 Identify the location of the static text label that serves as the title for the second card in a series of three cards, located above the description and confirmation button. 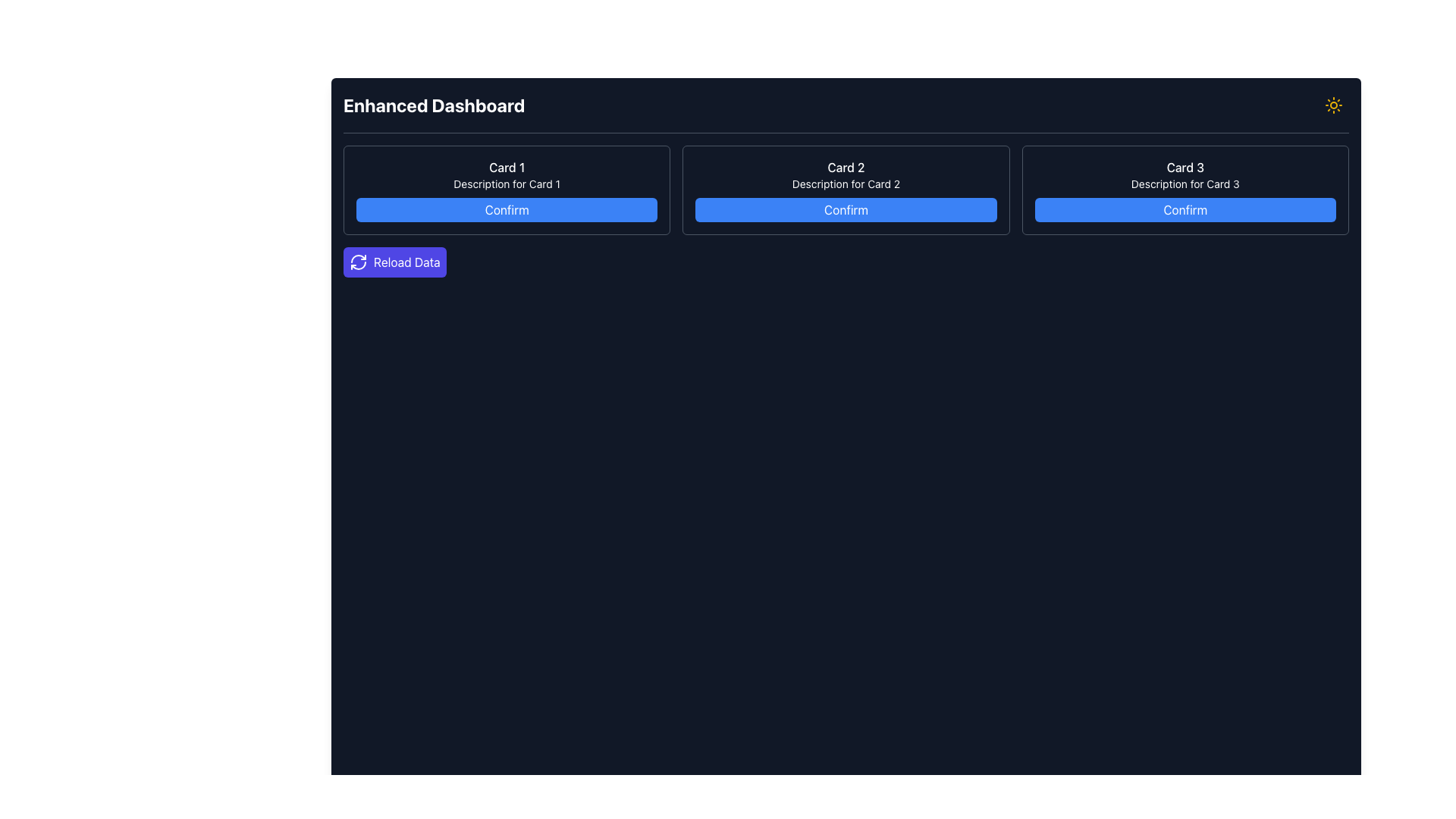
(845, 167).